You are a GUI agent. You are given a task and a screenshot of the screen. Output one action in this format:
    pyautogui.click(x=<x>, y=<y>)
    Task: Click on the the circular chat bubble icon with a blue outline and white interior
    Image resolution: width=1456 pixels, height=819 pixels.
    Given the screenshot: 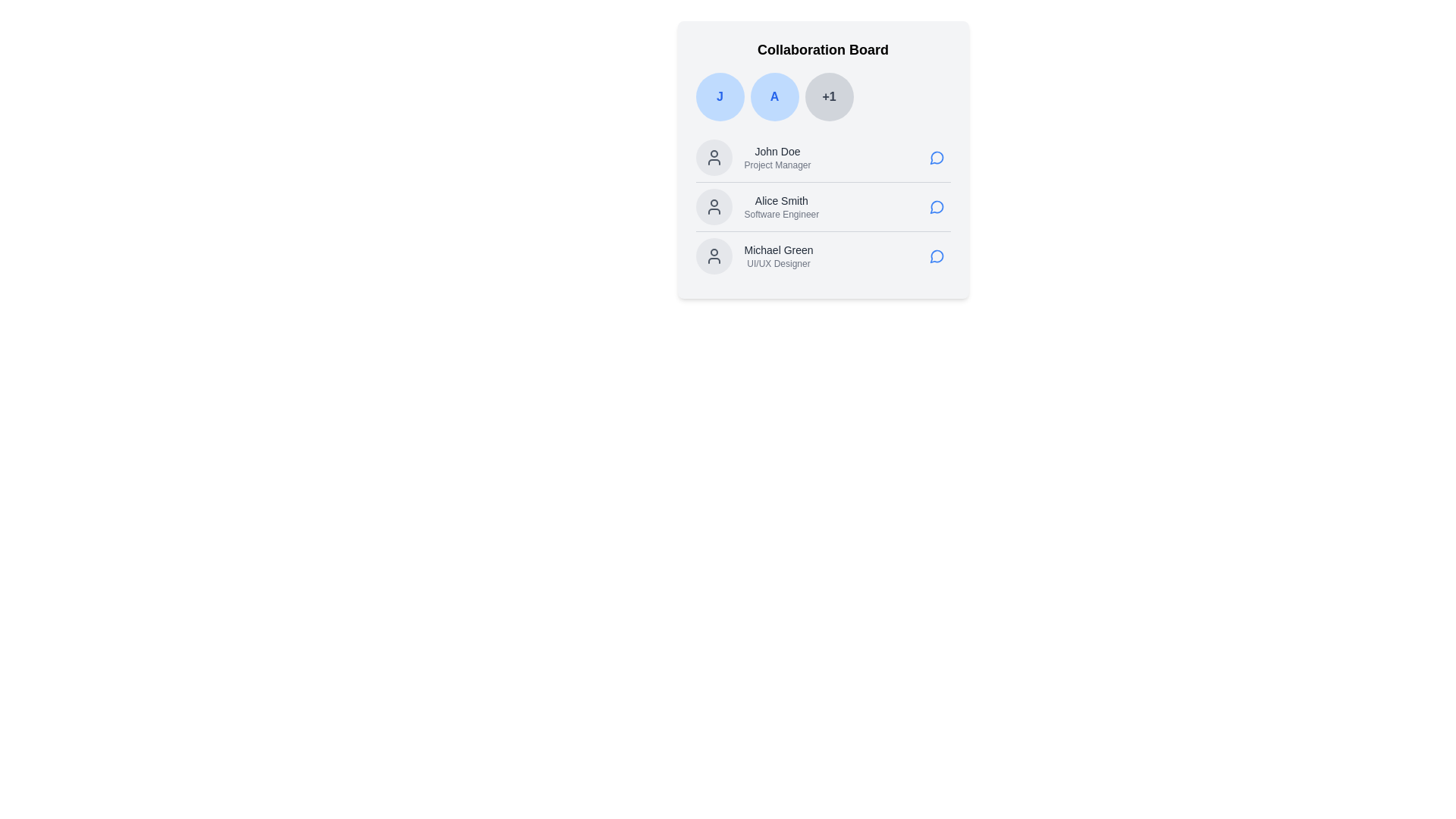 What is the action you would take?
    pyautogui.click(x=936, y=256)
    